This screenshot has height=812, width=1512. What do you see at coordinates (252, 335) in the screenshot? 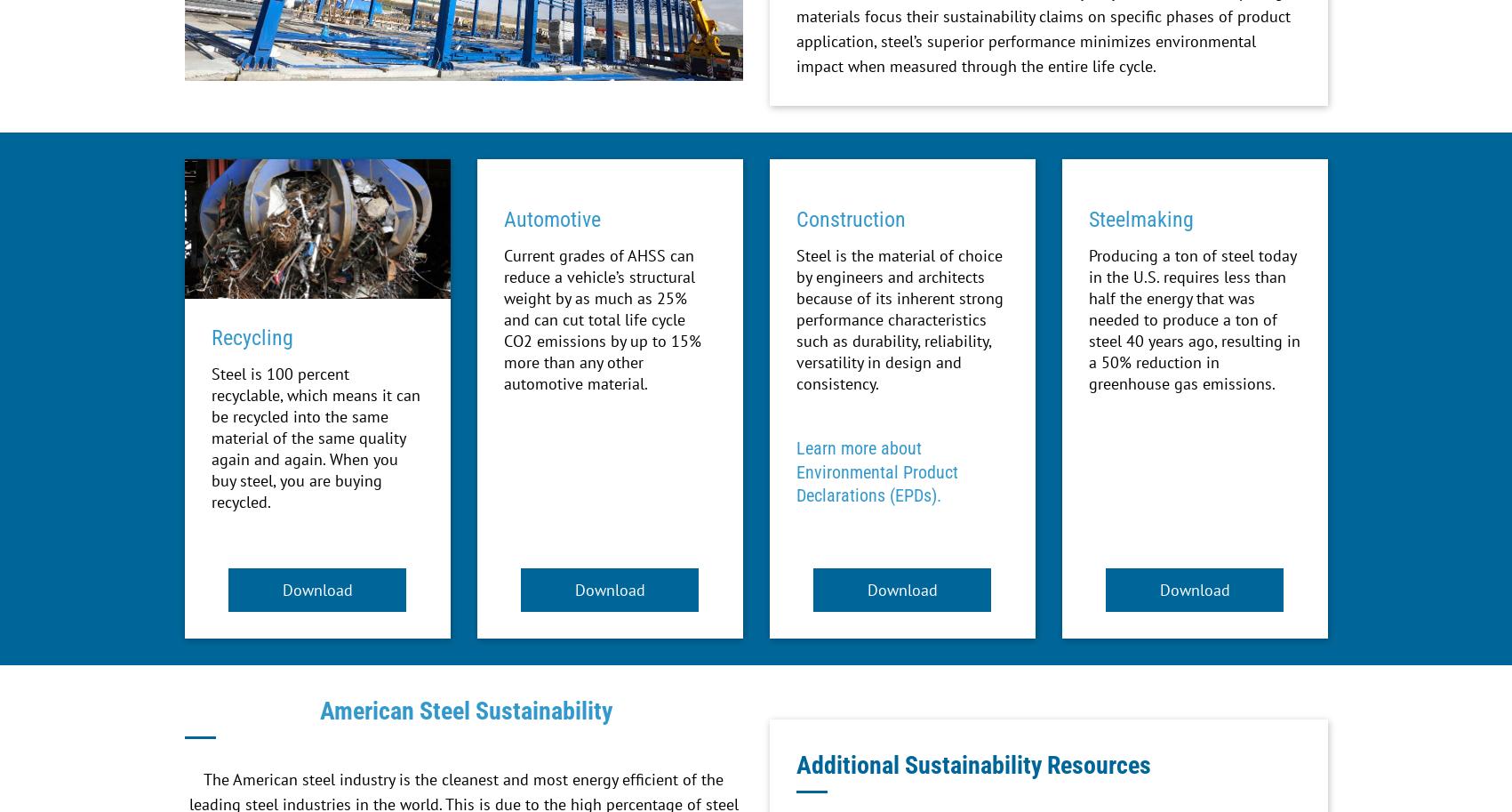
I see `'Recycling'` at bounding box center [252, 335].